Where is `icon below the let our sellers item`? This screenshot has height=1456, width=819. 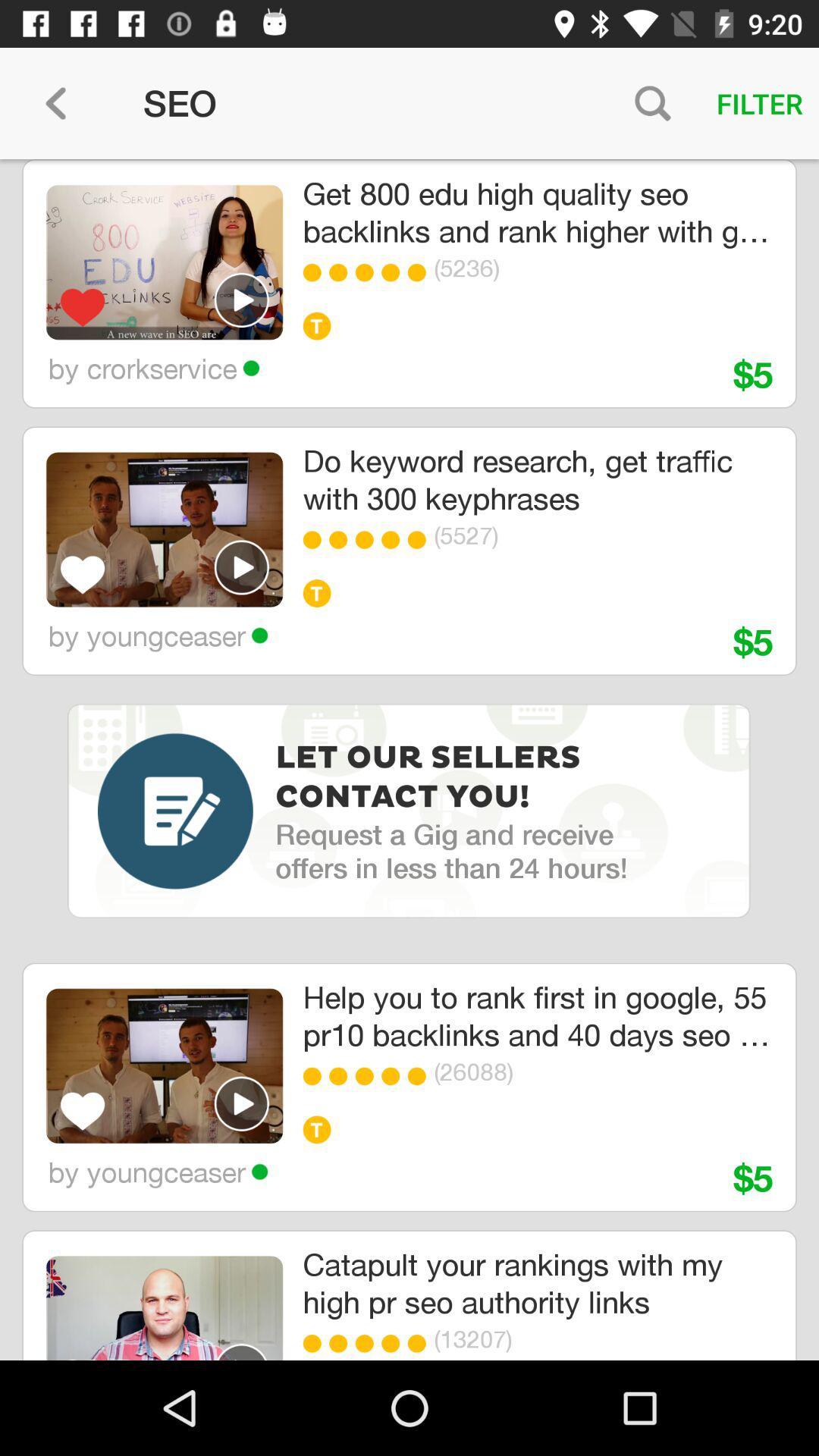 icon below the let our sellers item is located at coordinates (450, 851).